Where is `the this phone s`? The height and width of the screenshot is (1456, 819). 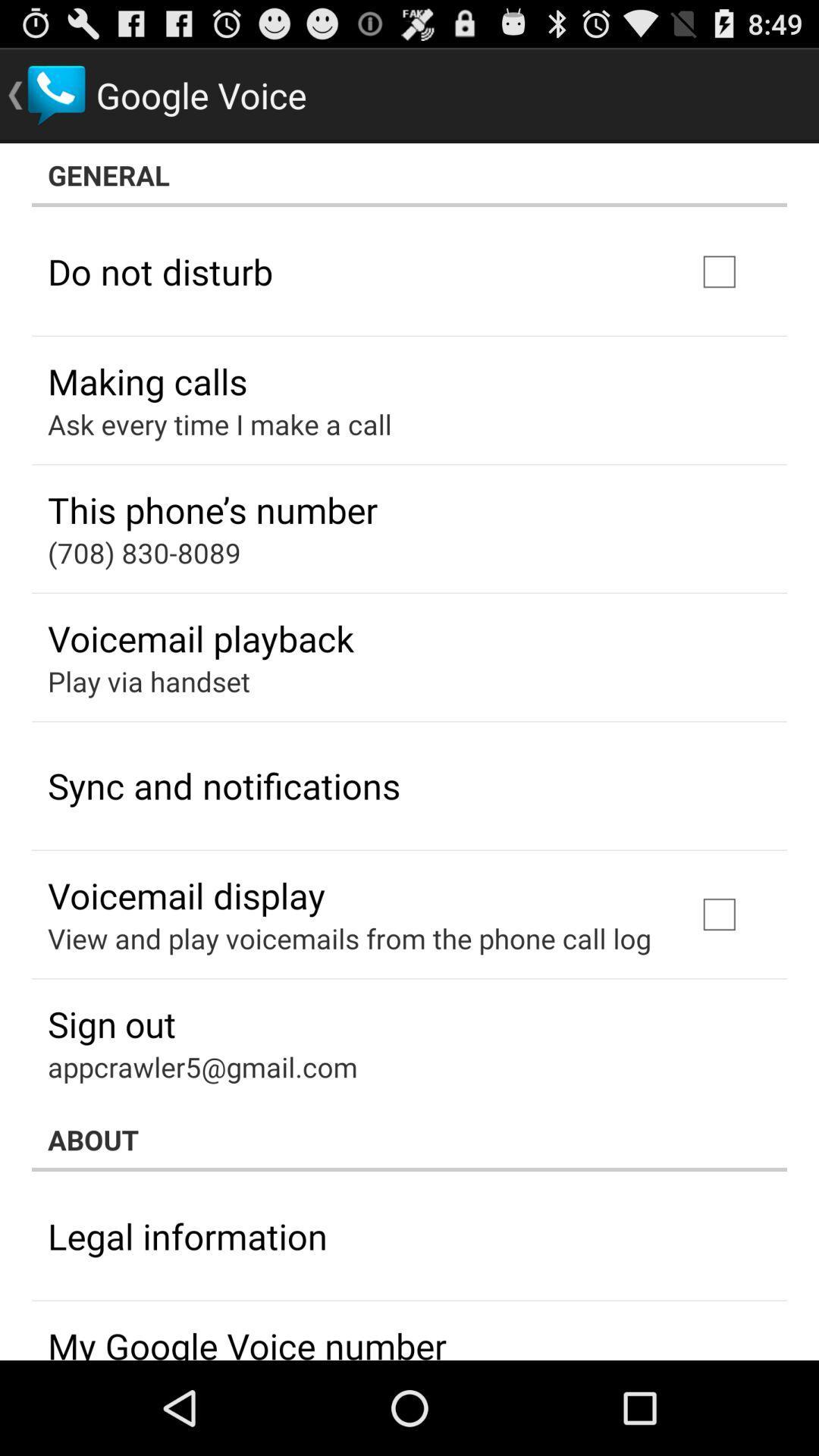
the this phone s is located at coordinates (212, 510).